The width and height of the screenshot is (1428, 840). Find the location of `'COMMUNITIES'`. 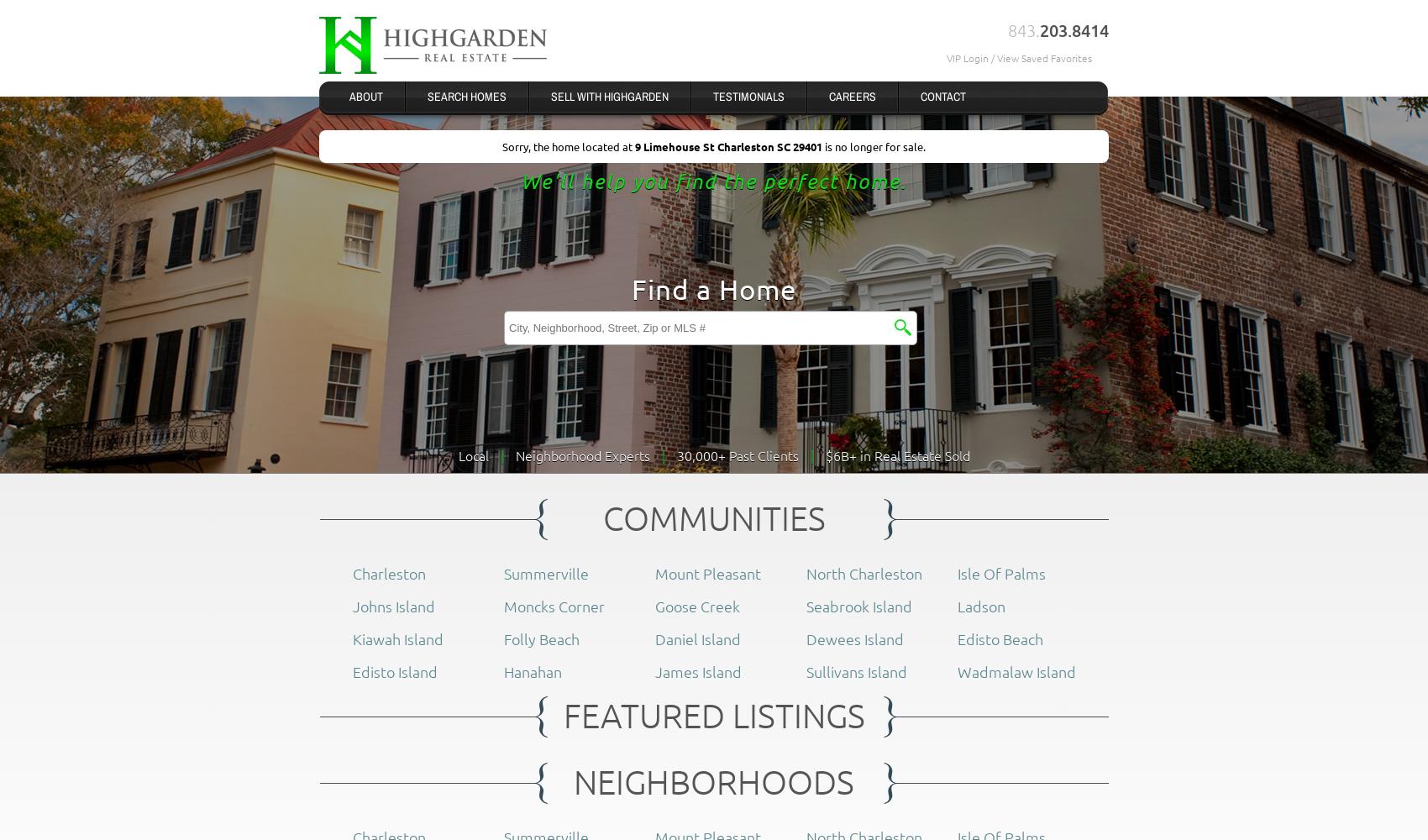

'COMMUNITIES' is located at coordinates (712, 517).